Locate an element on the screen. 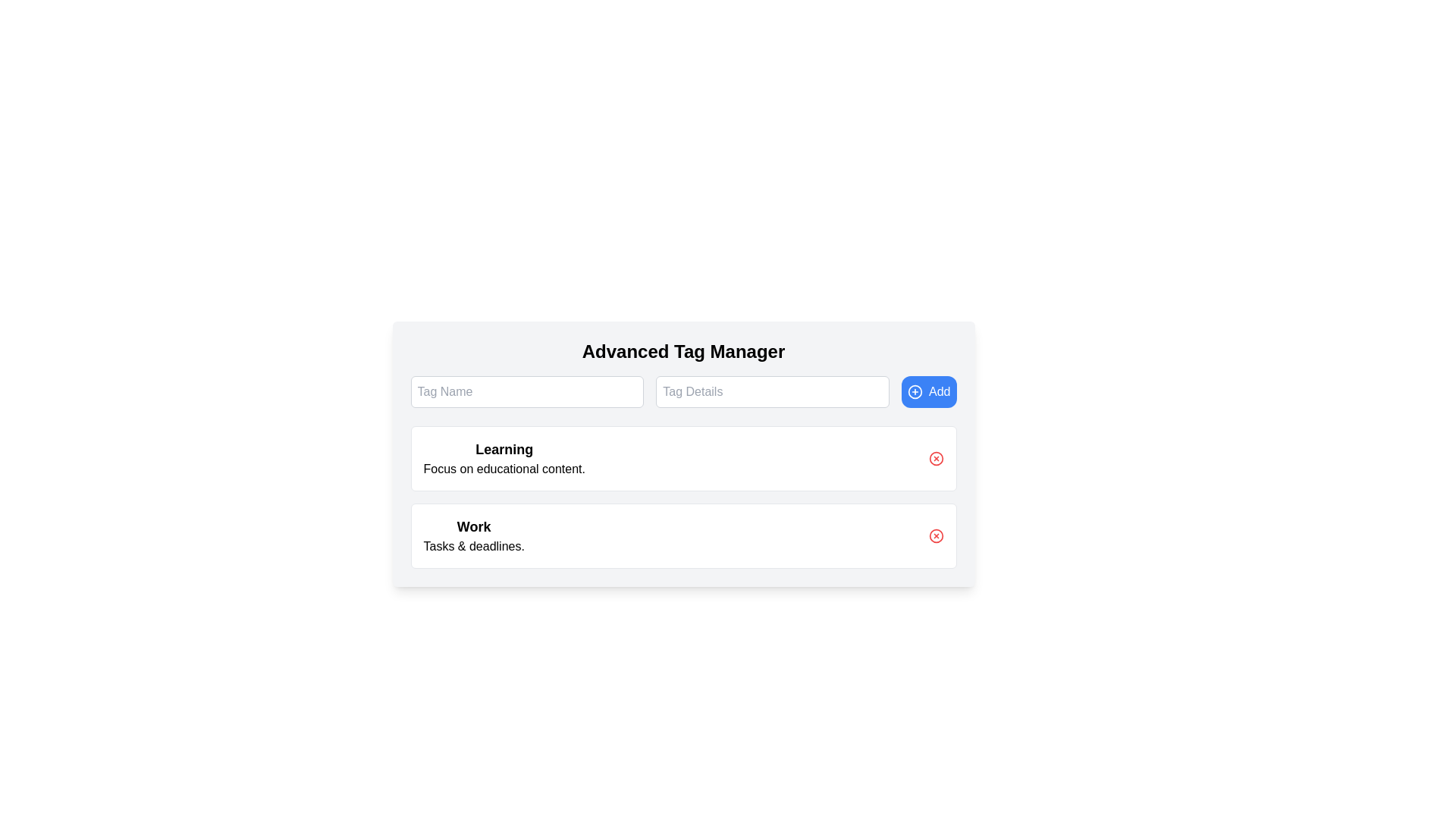 This screenshot has width=1456, height=819. the static text label that informs the user about tasks and deadlines, positioned beneath the 'Work' title and slightly indented from the left end of it is located at coordinates (473, 547).